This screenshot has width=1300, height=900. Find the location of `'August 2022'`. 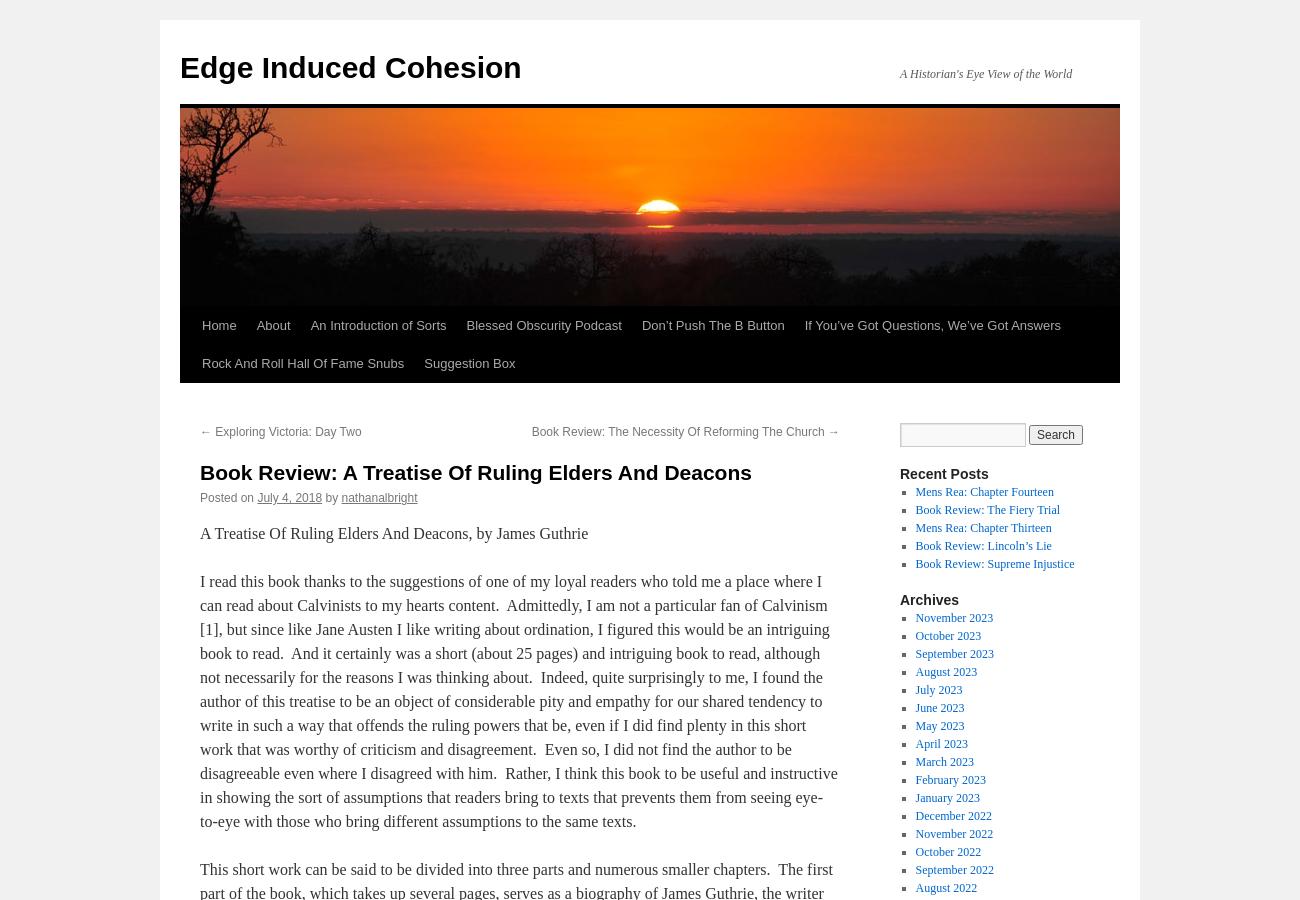

'August 2022' is located at coordinates (946, 888).